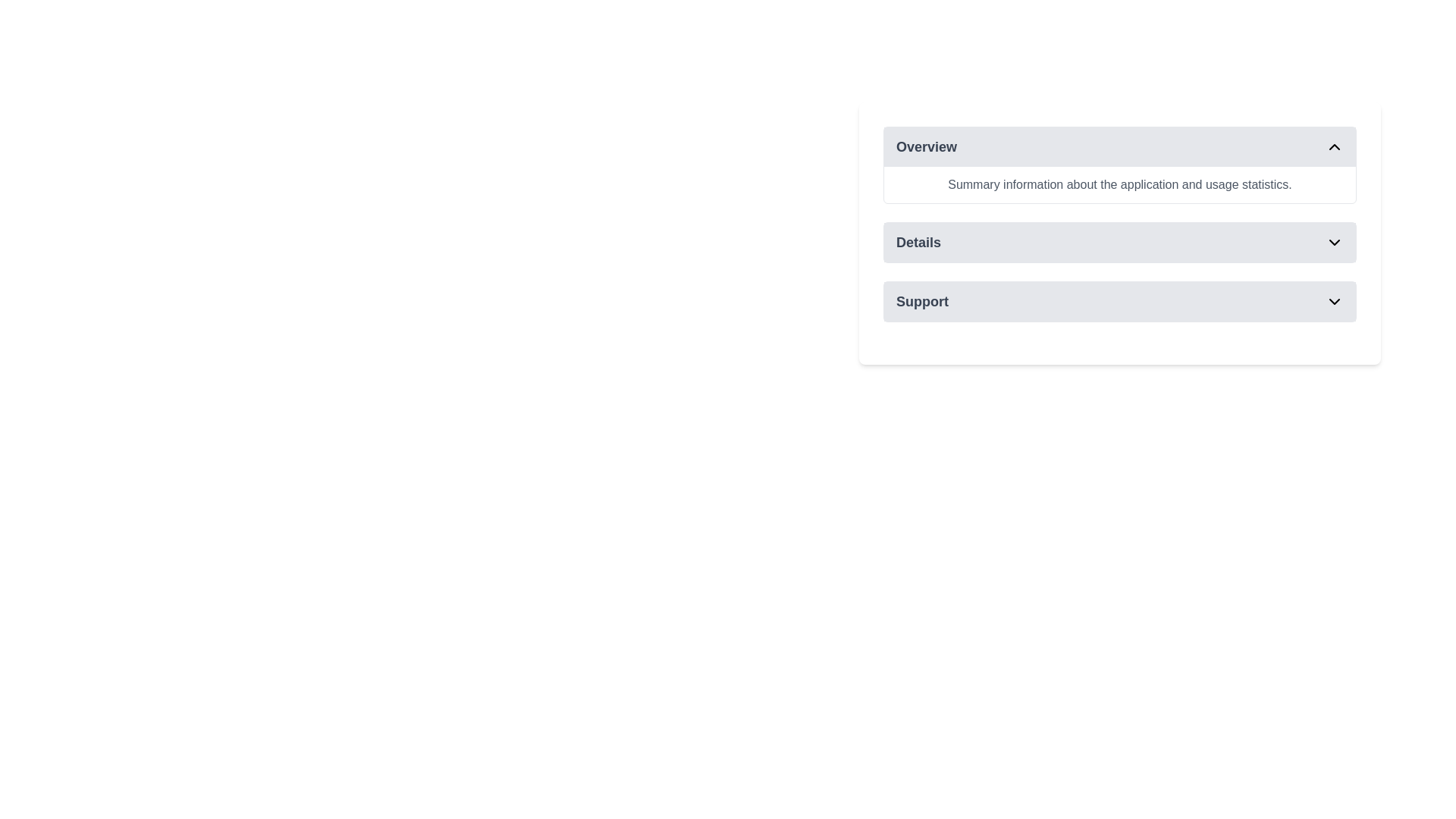  I want to click on the 'Details' collapsible section header to prepare for navigation or interaction, so click(1120, 234).